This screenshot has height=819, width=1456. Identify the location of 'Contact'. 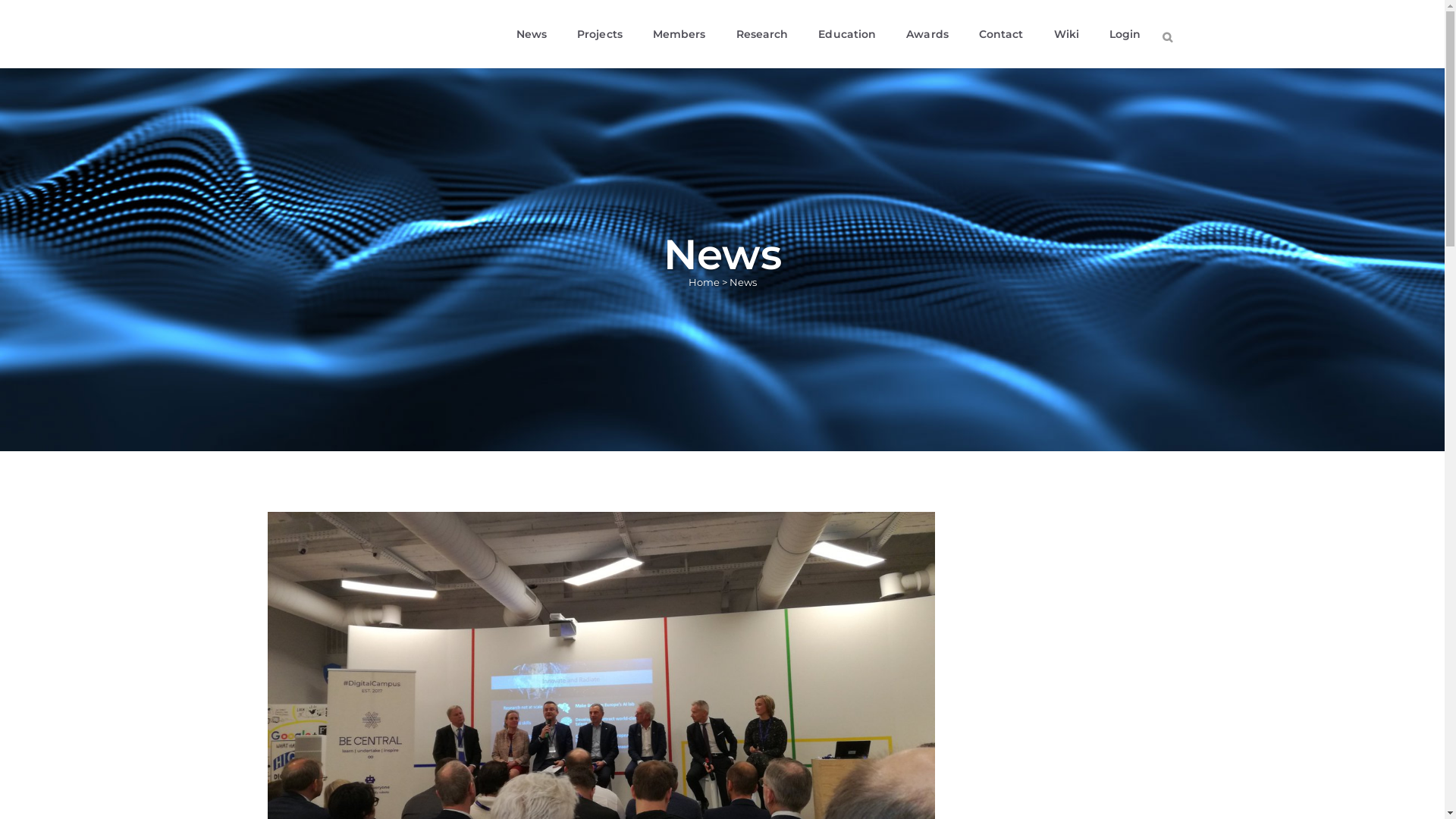
(1001, 34).